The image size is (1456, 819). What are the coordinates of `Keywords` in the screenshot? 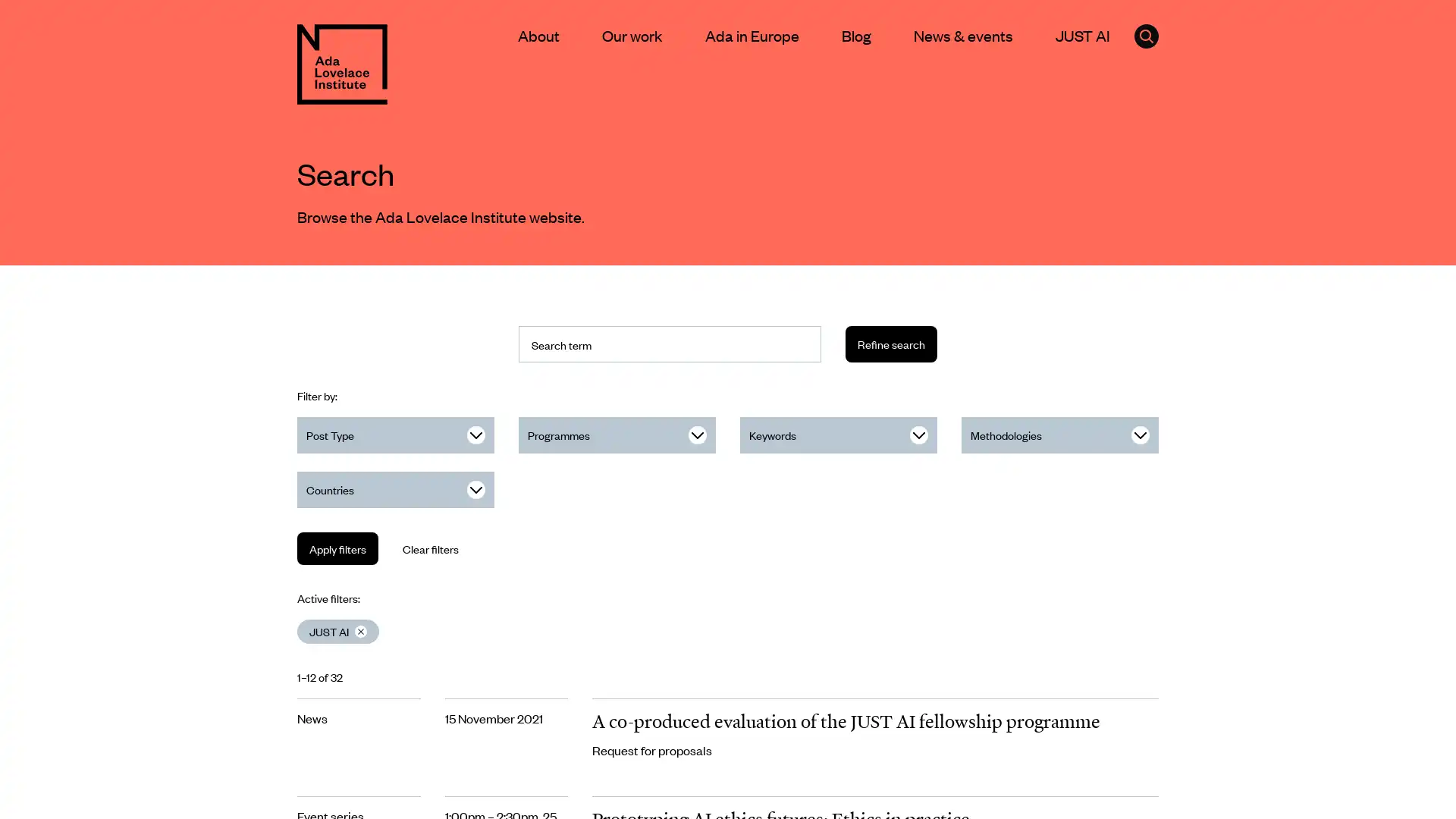 It's located at (837, 435).